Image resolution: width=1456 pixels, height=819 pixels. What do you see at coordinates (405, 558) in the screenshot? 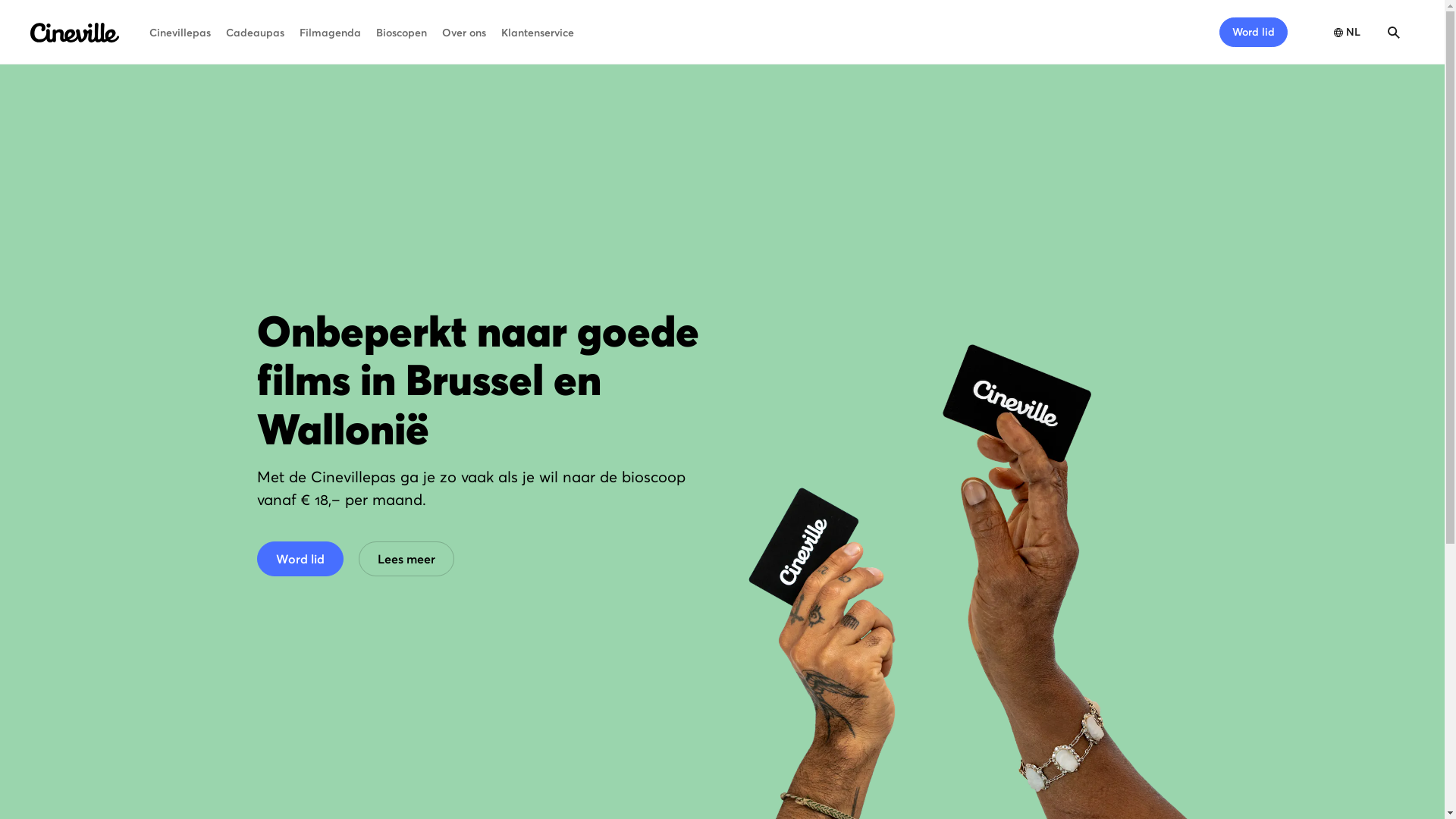
I see `'Lees meer'` at bounding box center [405, 558].